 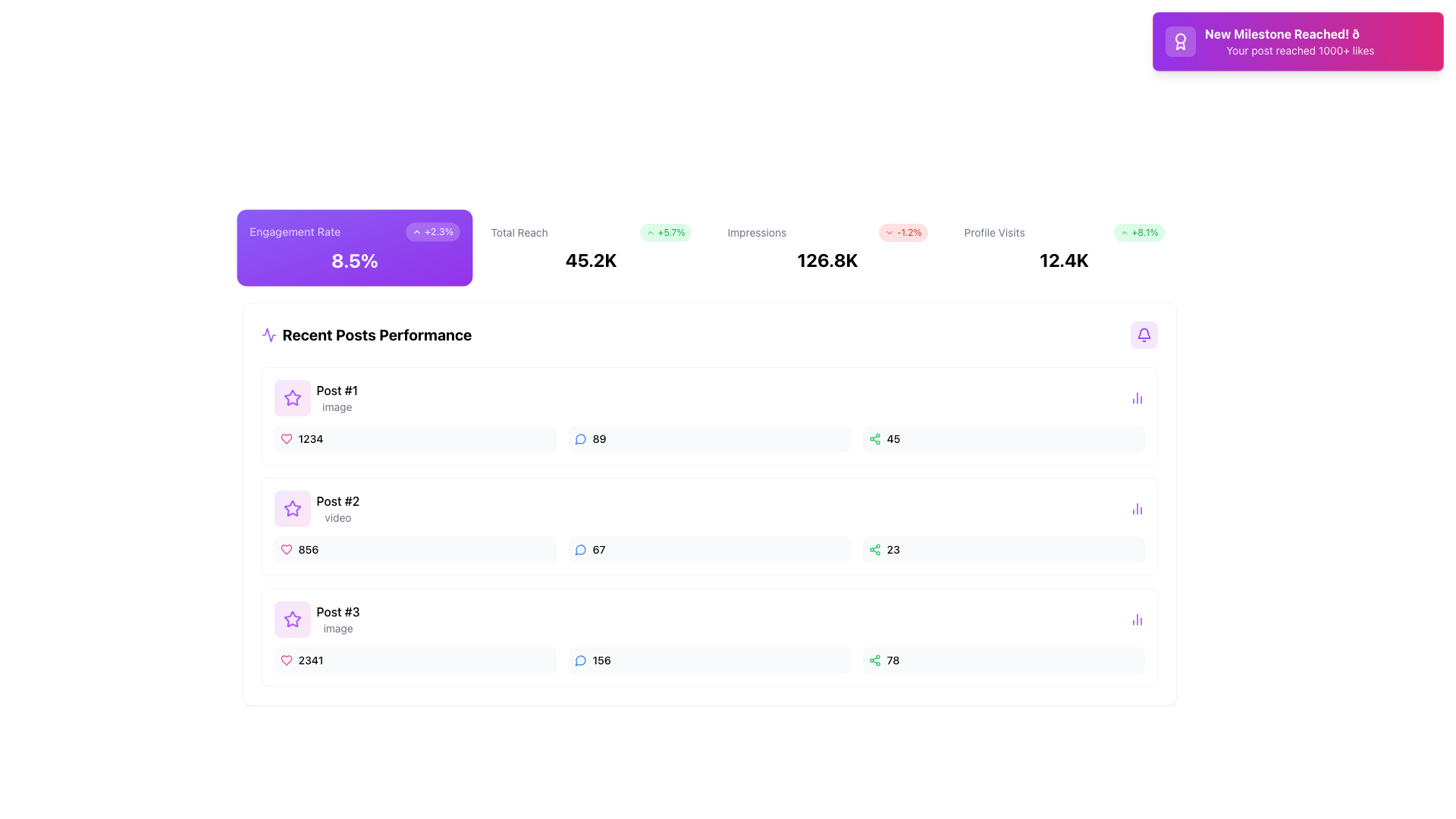 What do you see at coordinates (1298, 40) in the screenshot?
I see `the Notification banner that informs the user about reaching over 1000 likes, positioned at the top-right corner of the interface` at bounding box center [1298, 40].